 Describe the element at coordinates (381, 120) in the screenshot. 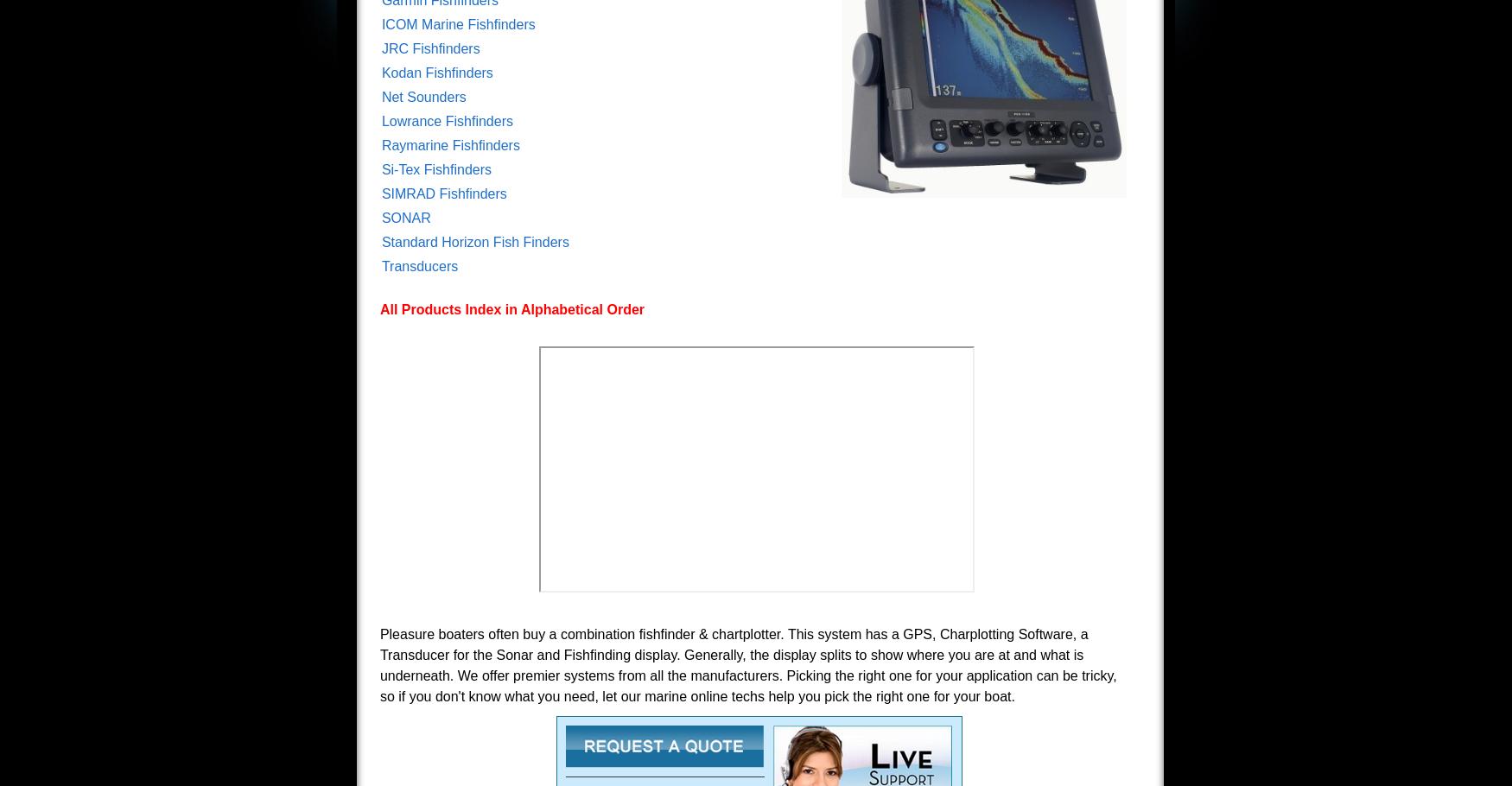

I see `'Lowrance
Fishfinders'` at that location.